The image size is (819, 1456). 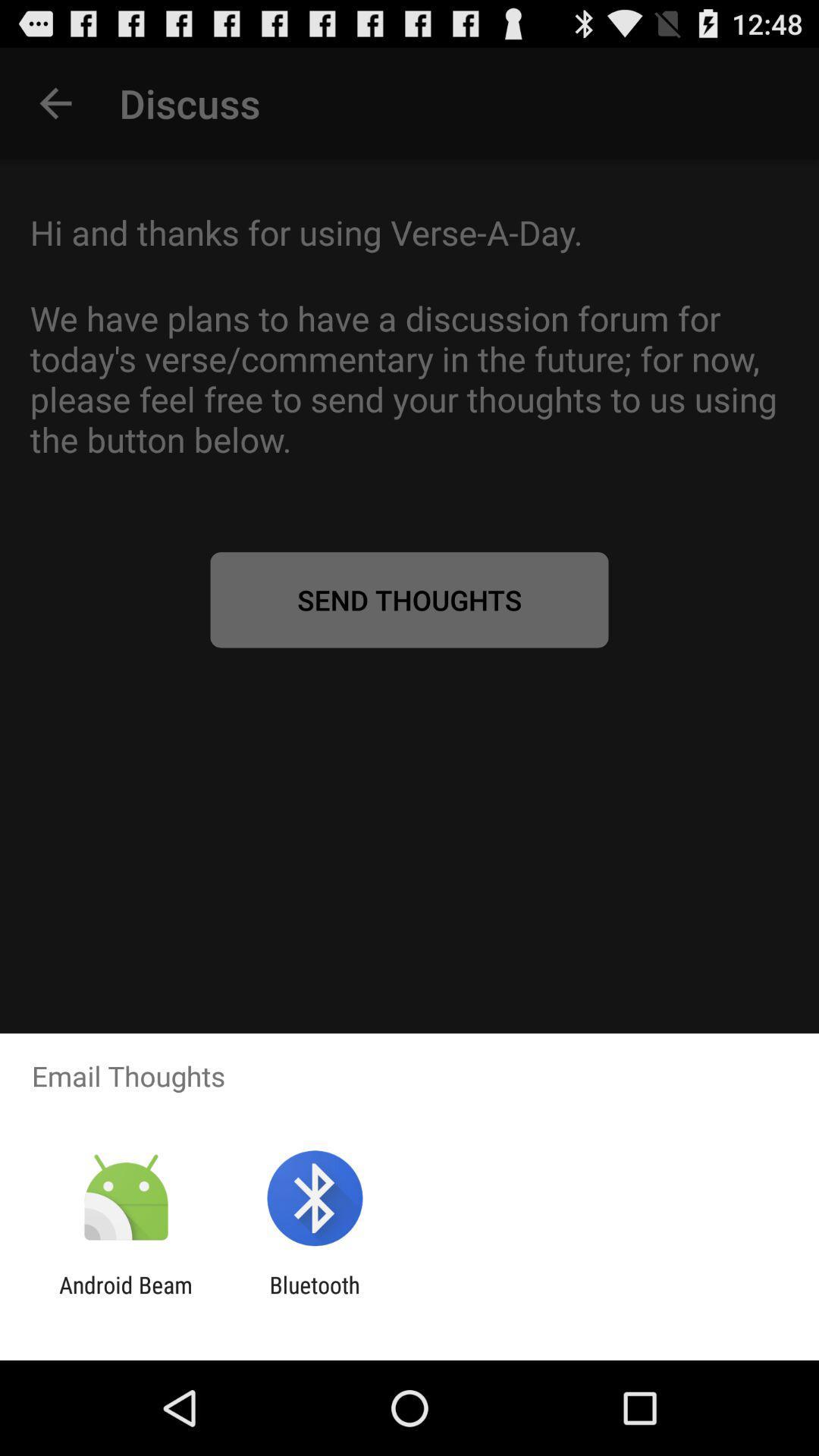 What do you see at coordinates (125, 1298) in the screenshot?
I see `the android beam app` at bounding box center [125, 1298].